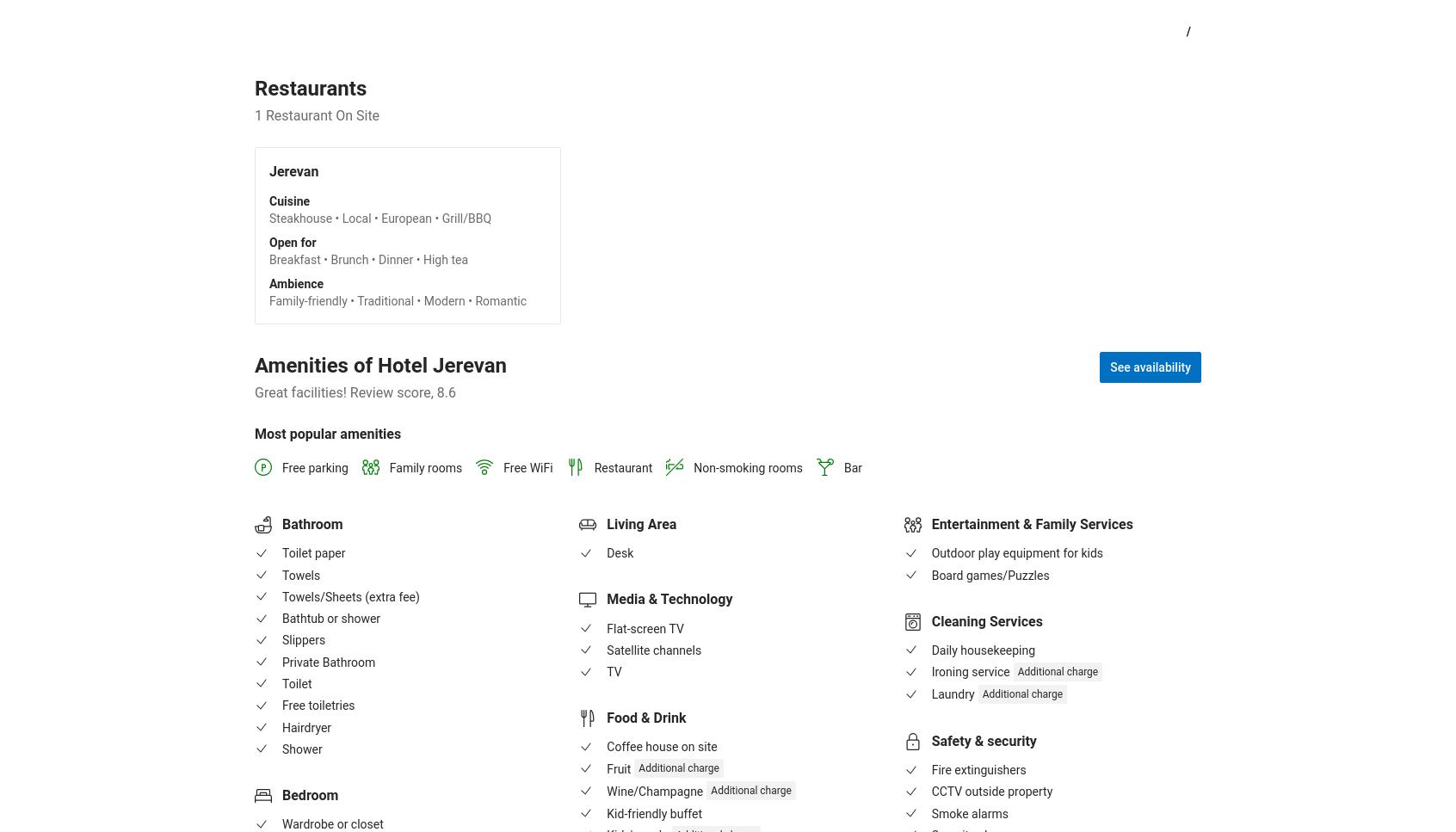 This screenshot has width=1456, height=832. I want to click on 'Cuisine', so click(288, 200).